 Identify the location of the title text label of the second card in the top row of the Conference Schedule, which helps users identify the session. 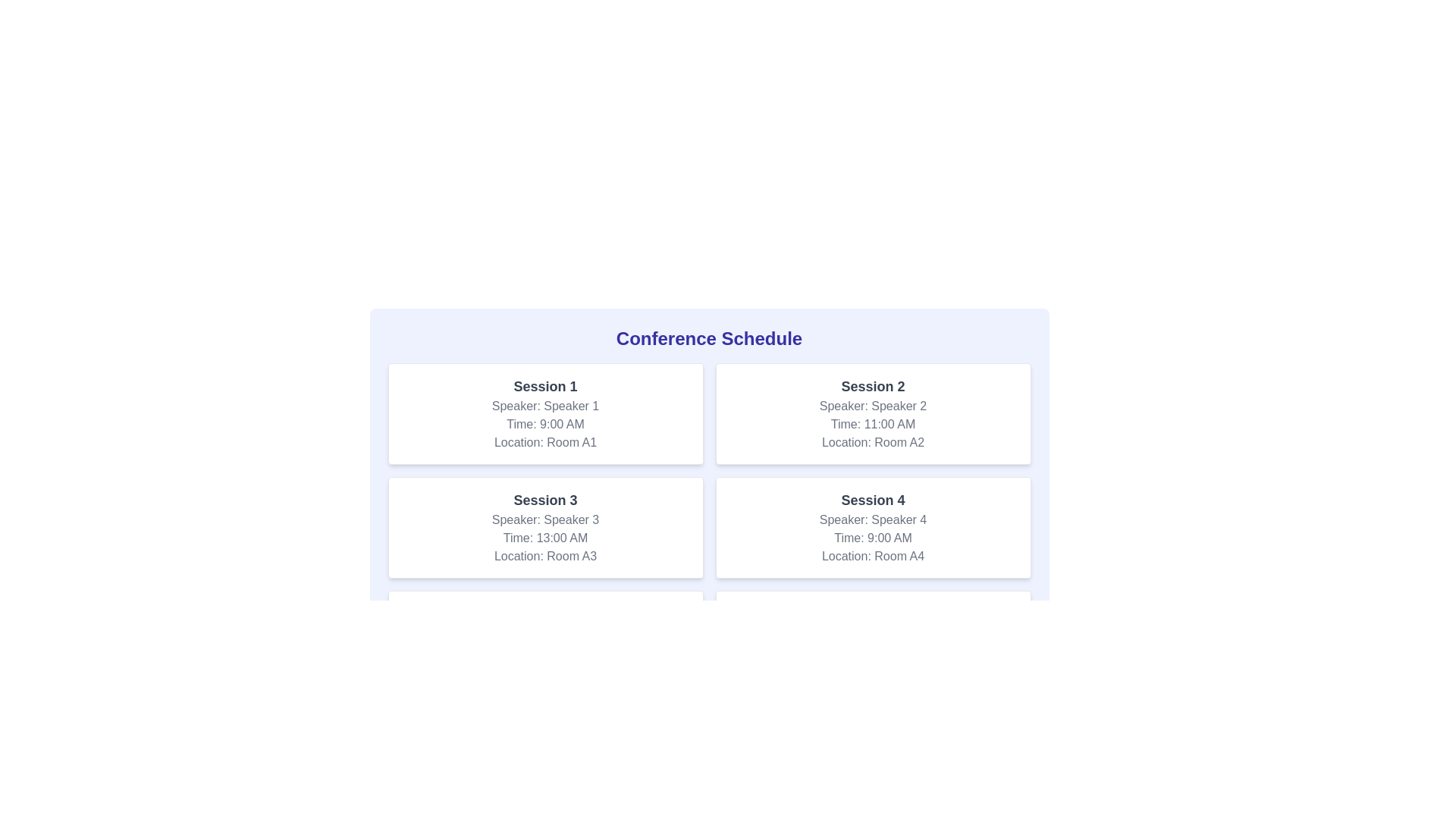
(873, 385).